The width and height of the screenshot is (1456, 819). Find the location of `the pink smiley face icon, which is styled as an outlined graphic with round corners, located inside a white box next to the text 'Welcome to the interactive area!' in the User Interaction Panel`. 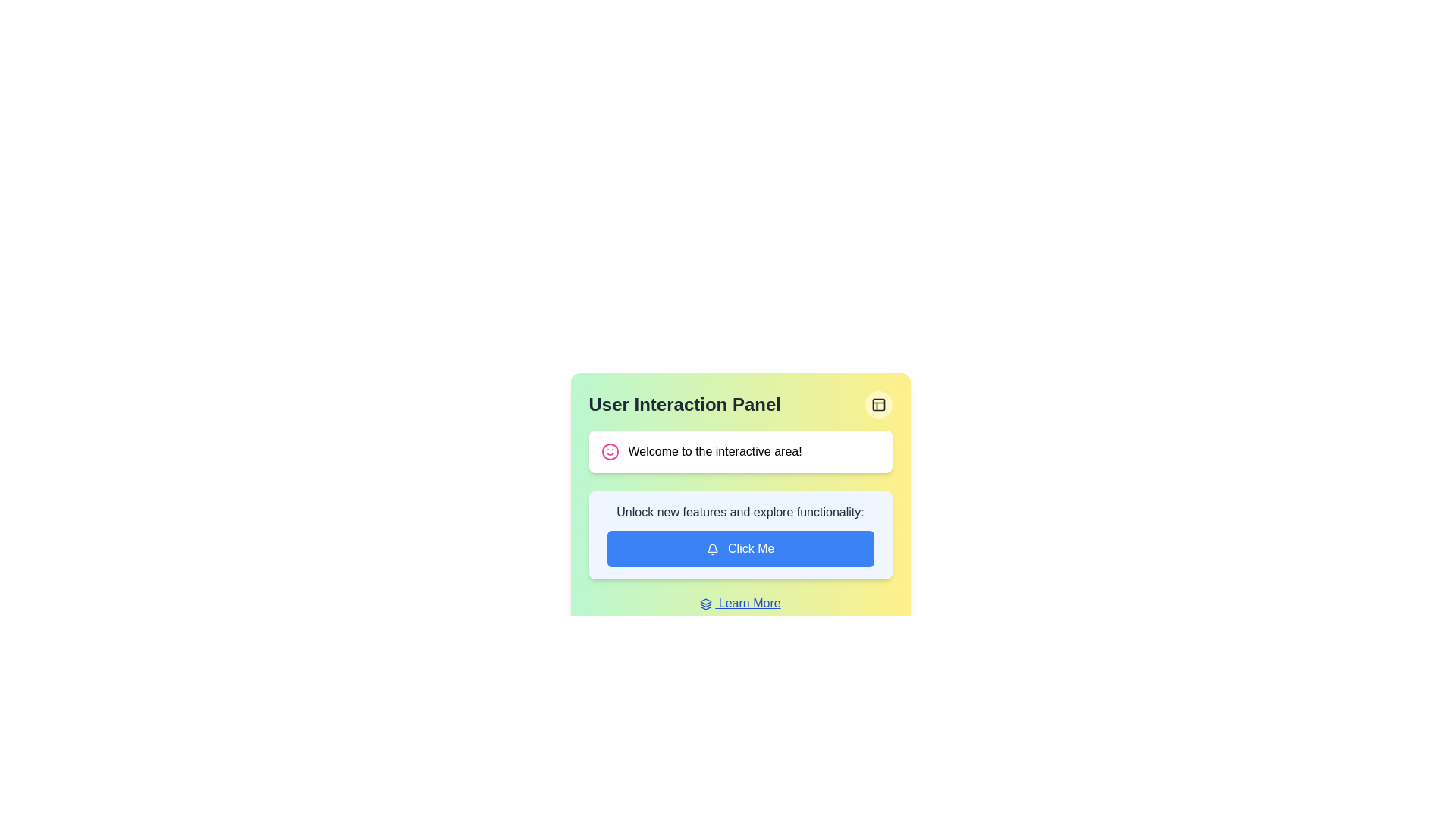

the pink smiley face icon, which is styled as an outlined graphic with round corners, located inside a white box next to the text 'Welcome to the interactive area!' in the User Interaction Panel is located at coordinates (610, 451).